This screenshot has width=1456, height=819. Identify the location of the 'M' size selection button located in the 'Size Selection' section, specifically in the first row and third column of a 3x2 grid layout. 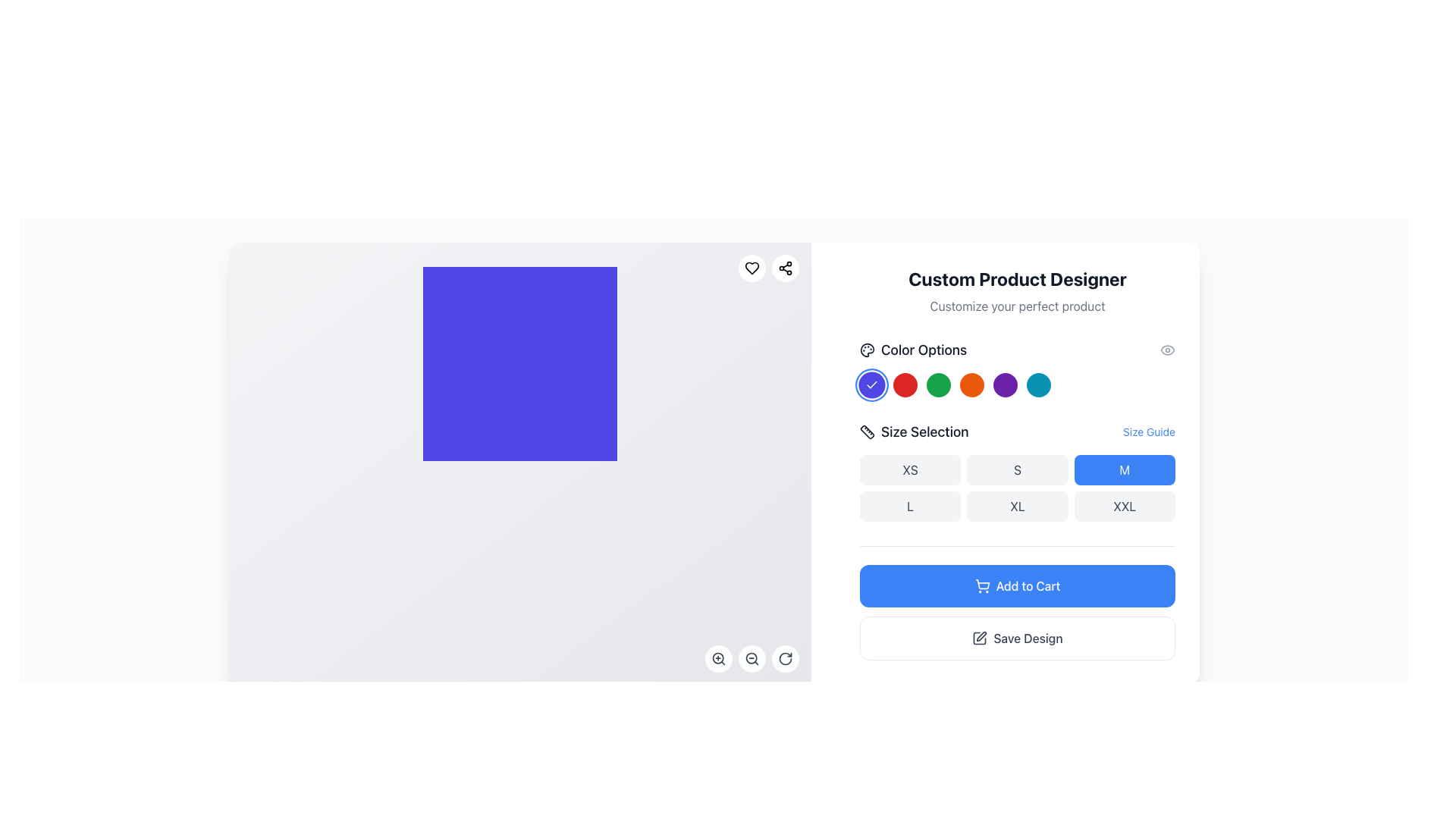
(1125, 469).